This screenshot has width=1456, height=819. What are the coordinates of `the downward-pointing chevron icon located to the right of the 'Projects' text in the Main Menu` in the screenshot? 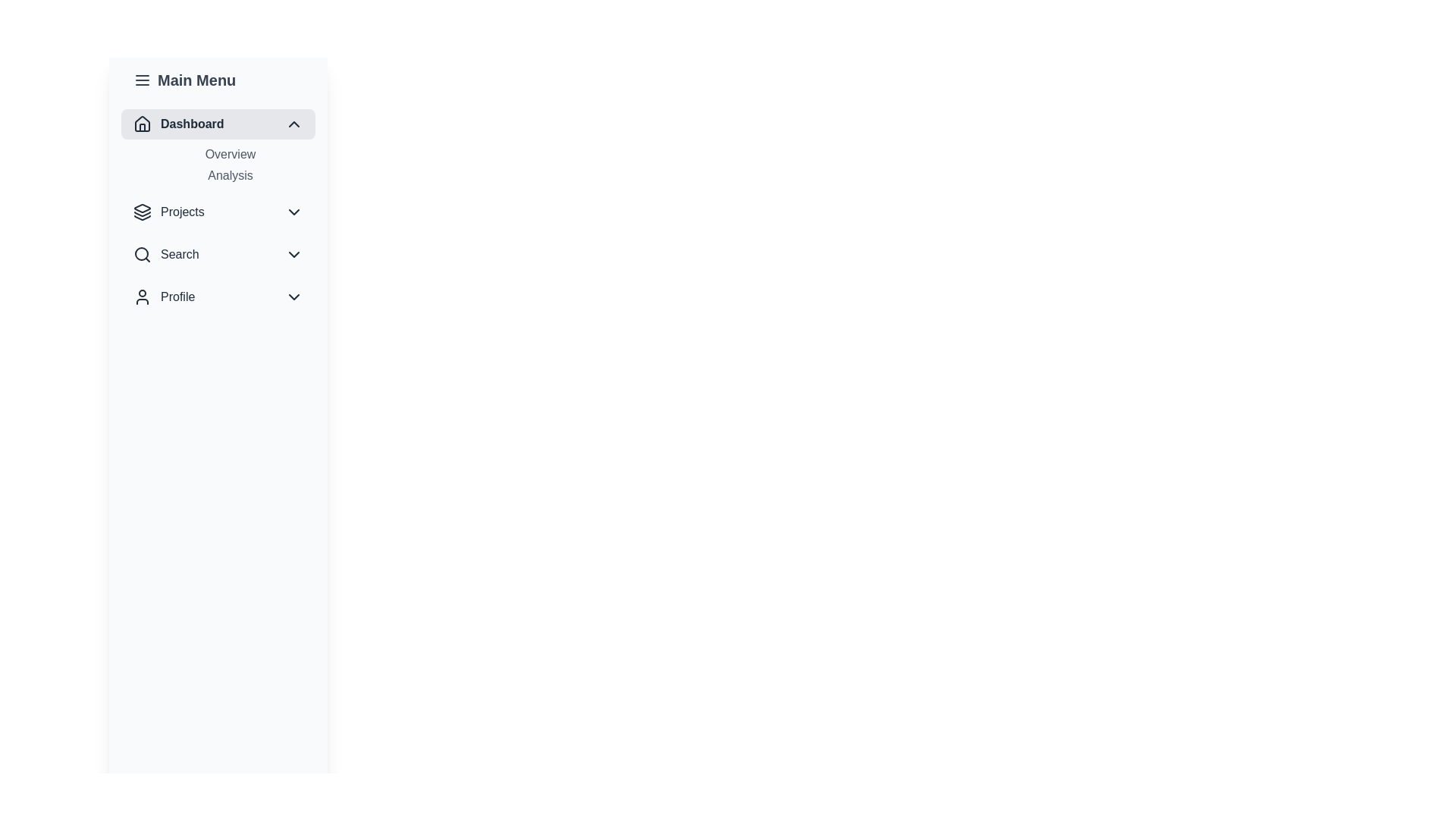 It's located at (294, 212).